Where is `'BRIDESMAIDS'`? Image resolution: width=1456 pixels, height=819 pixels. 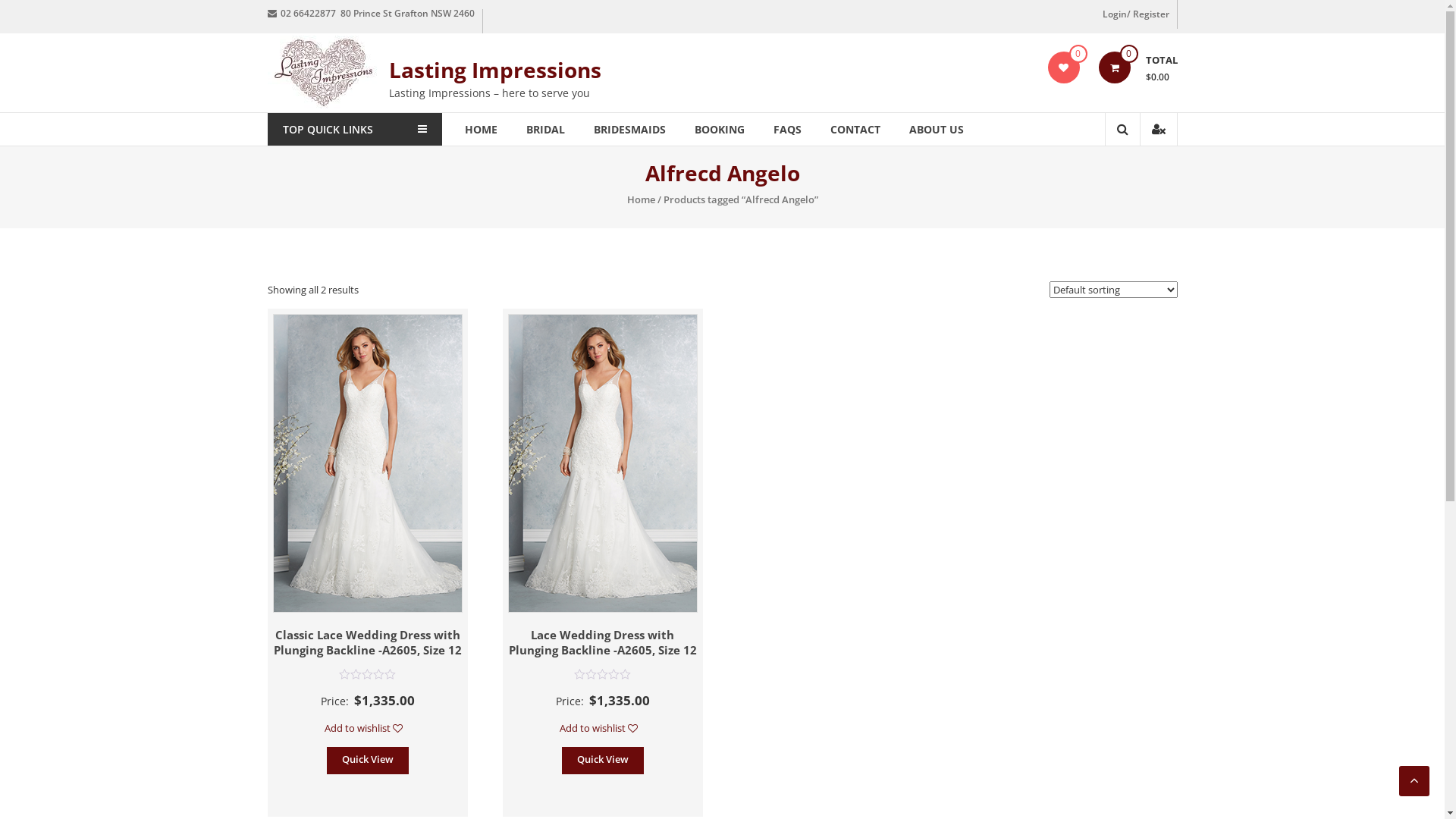 'BRIDESMAIDS' is located at coordinates (629, 128).